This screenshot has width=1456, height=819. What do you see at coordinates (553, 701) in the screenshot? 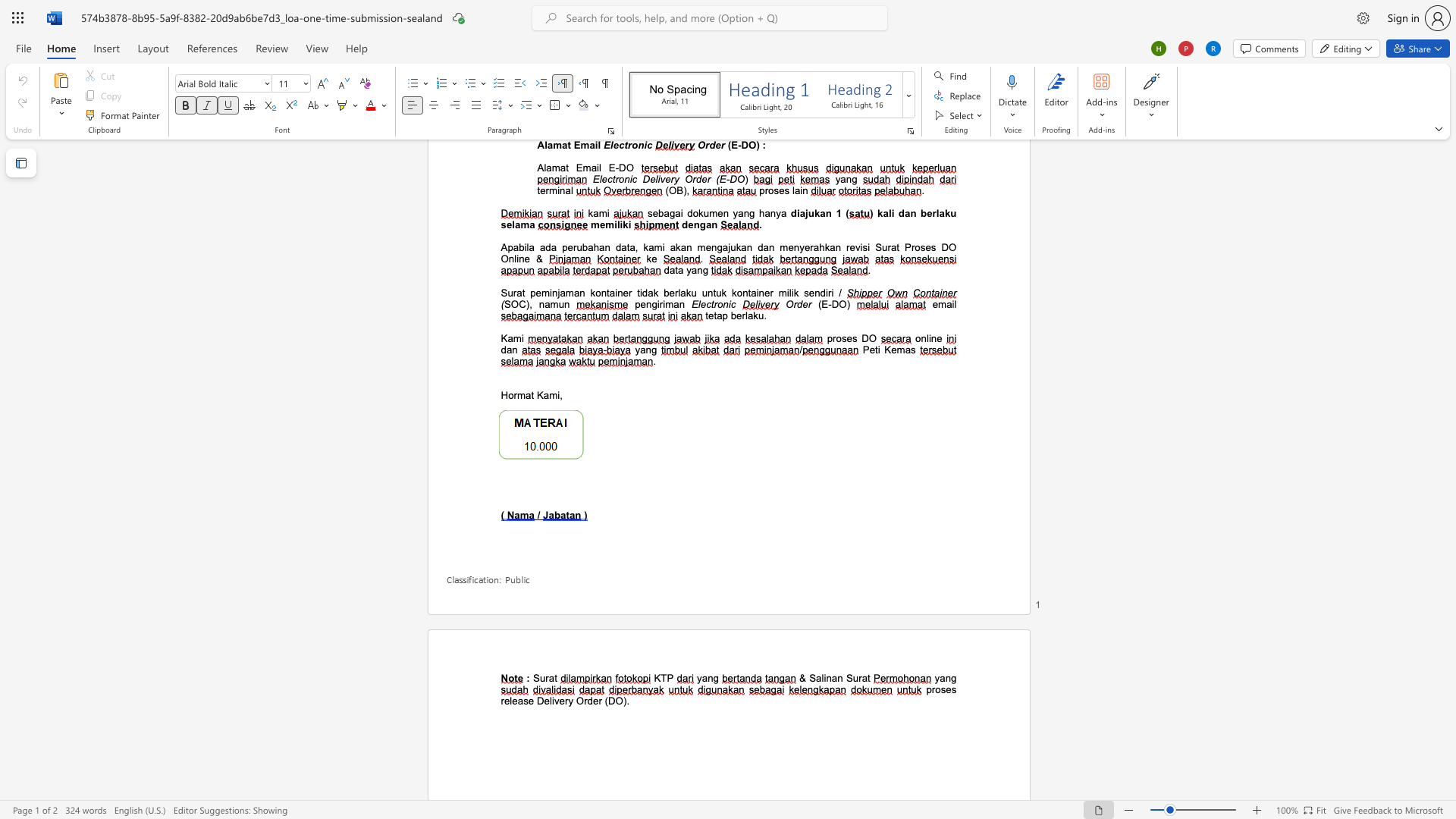
I see `the subset text "very O" within the text "release Delivery Order (DO)"` at bounding box center [553, 701].